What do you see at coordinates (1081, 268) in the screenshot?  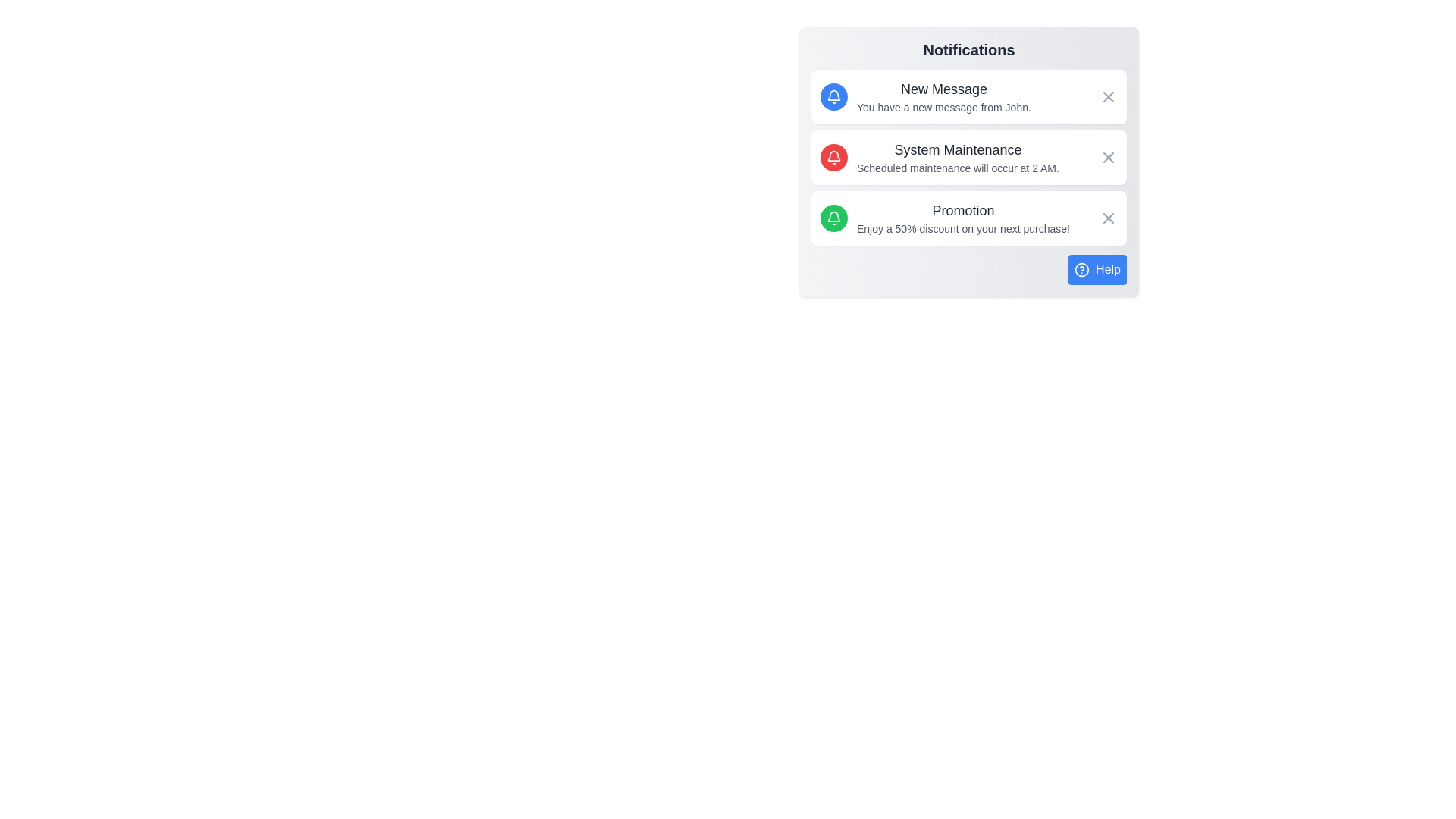 I see `the help icon located on the blue button labeled 'Help' at the bottom-right of the notification panel` at bounding box center [1081, 268].